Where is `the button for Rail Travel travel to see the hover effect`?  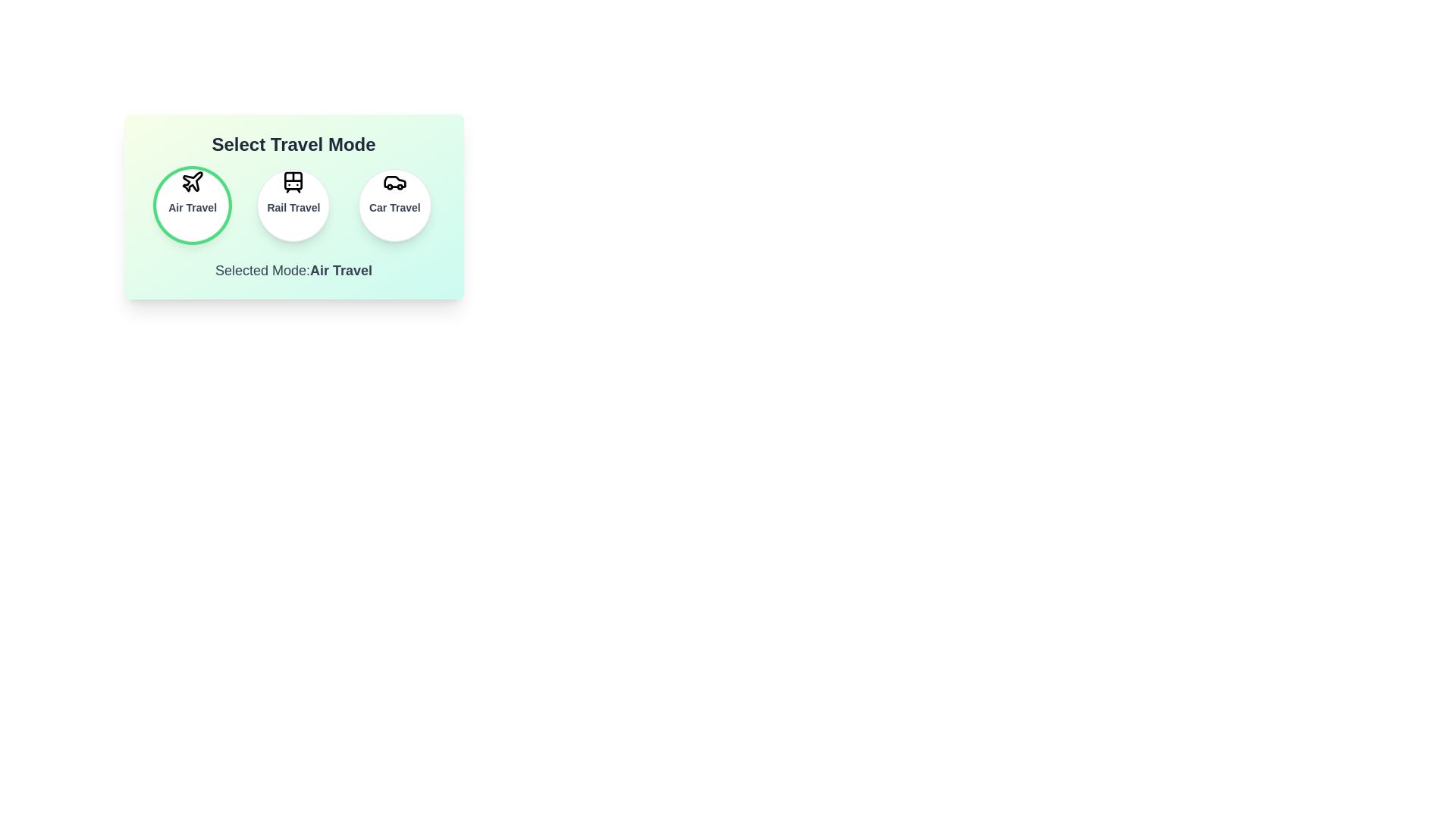 the button for Rail Travel travel to see the hover effect is located at coordinates (293, 205).